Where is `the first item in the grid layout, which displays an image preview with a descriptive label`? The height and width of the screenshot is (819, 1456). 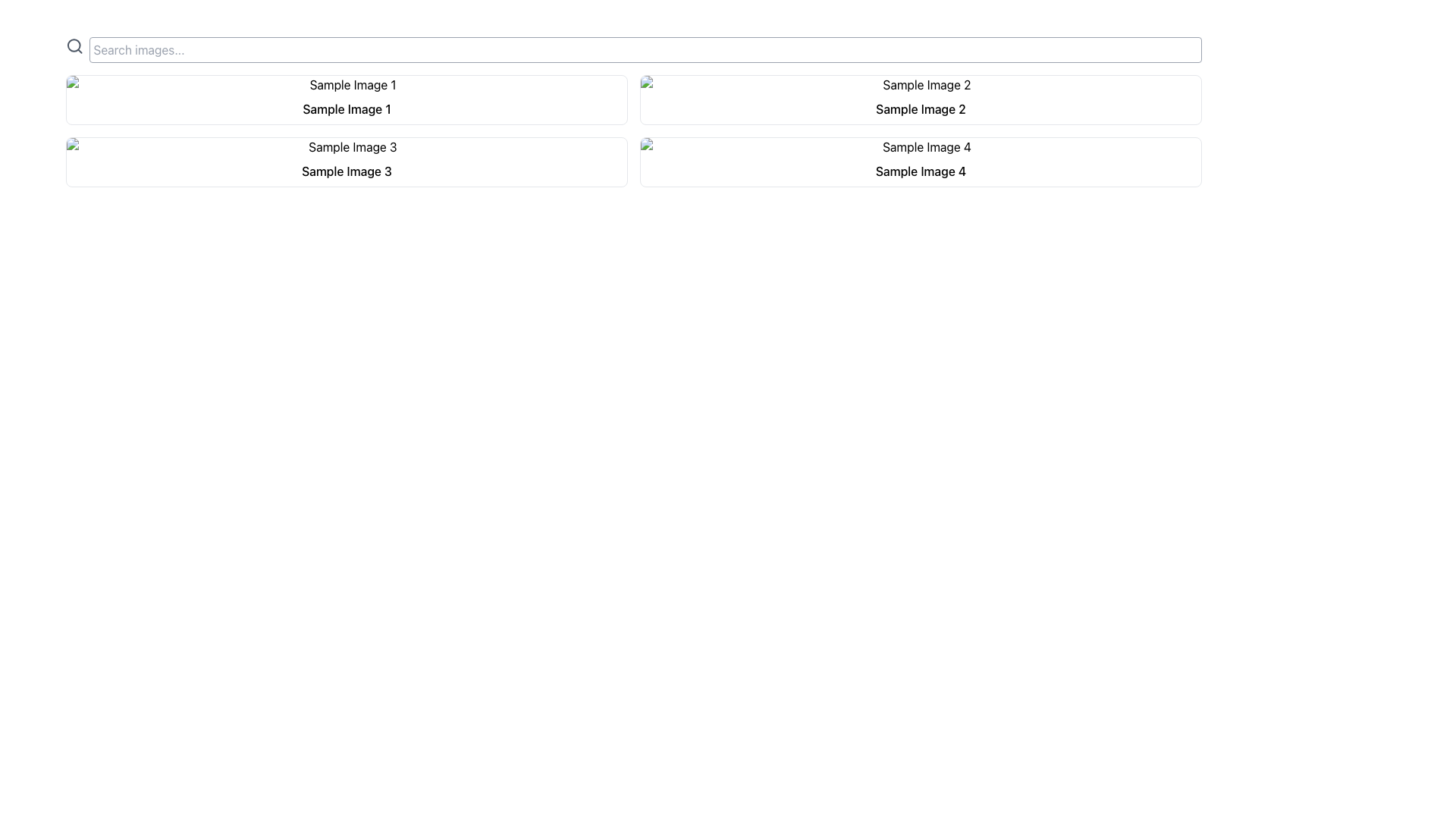
the first item in the grid layout, which displays an image preview with a descriptive label is located at coordinates (346, 99).